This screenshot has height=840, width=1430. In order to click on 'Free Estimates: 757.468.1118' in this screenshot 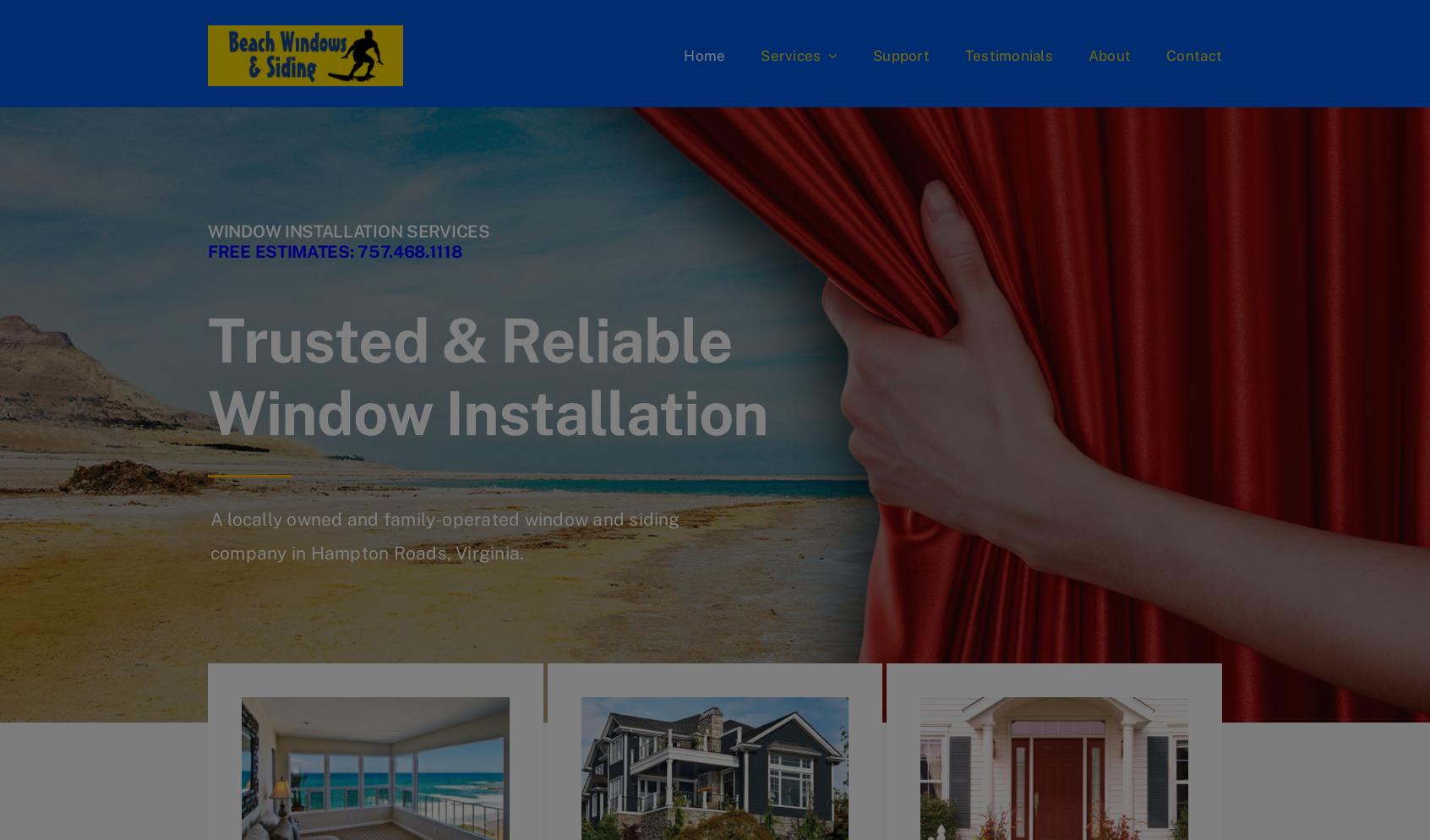, I will do `click(334, 251)`.